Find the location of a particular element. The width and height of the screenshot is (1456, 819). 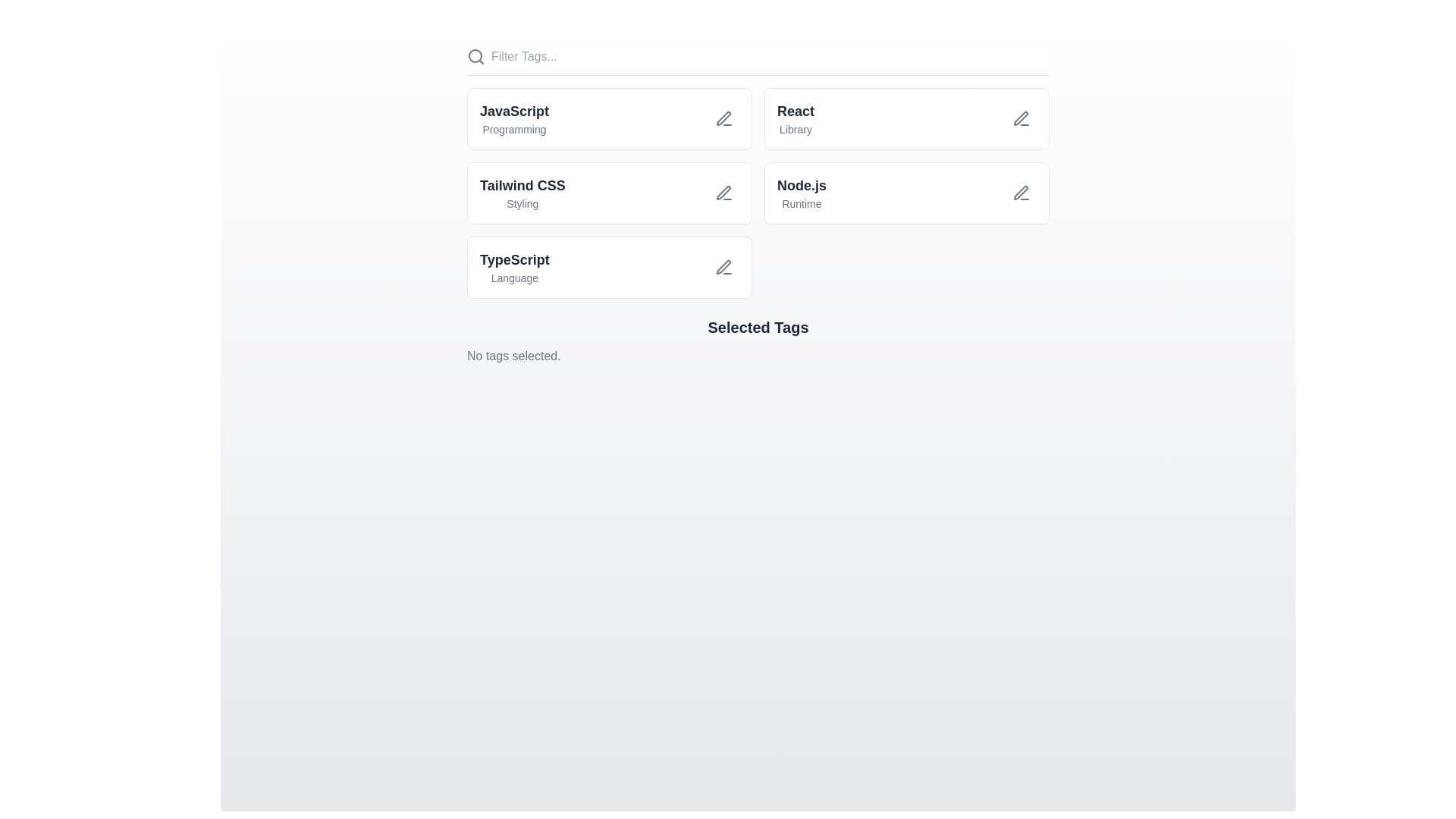

the descriptive text label located below the 'Node.js' text within the rectangular section labeled 'Node.js' is located at coordinates (801, 203).